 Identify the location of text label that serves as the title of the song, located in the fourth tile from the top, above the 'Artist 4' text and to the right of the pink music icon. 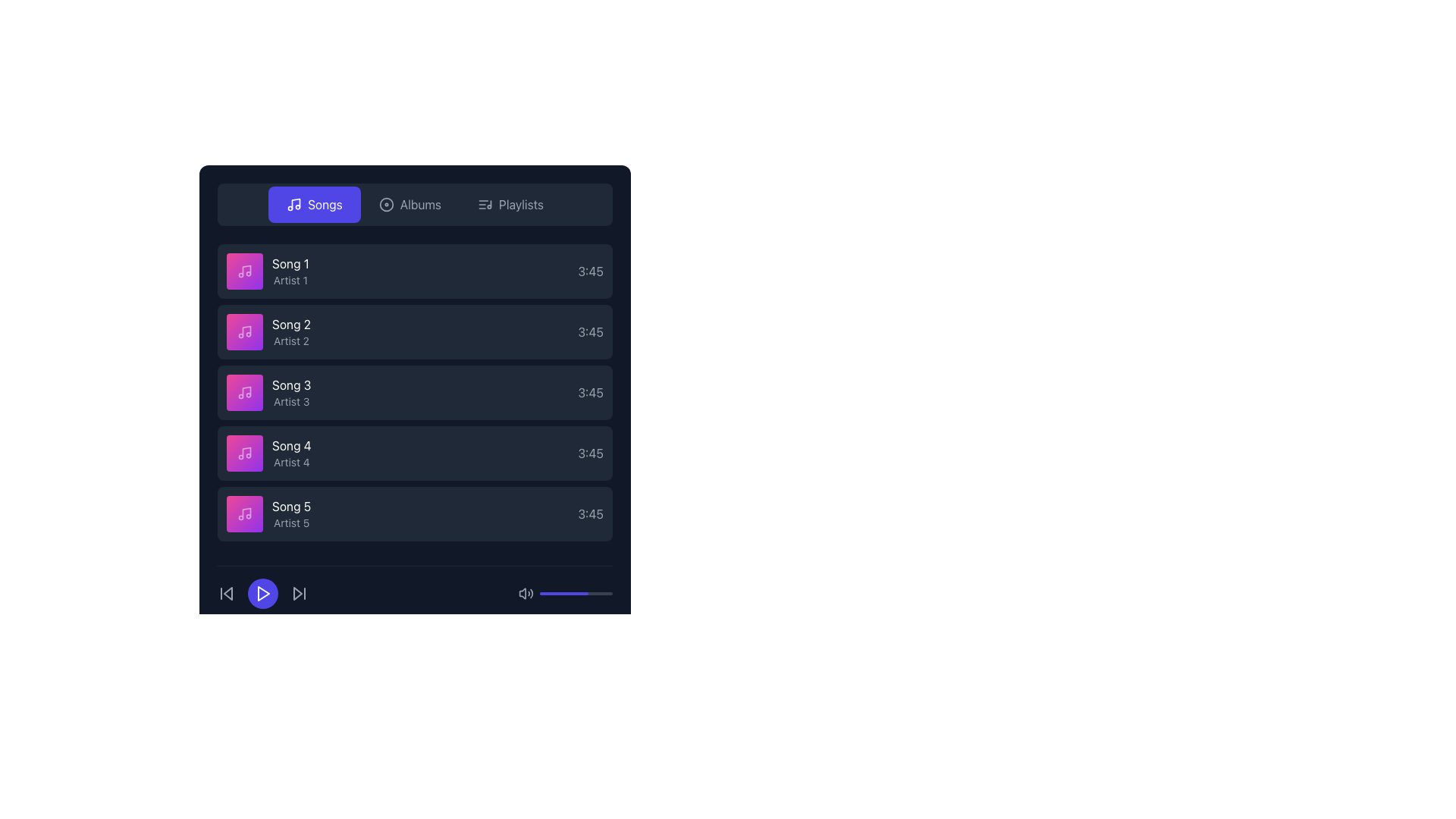
(291, 444).